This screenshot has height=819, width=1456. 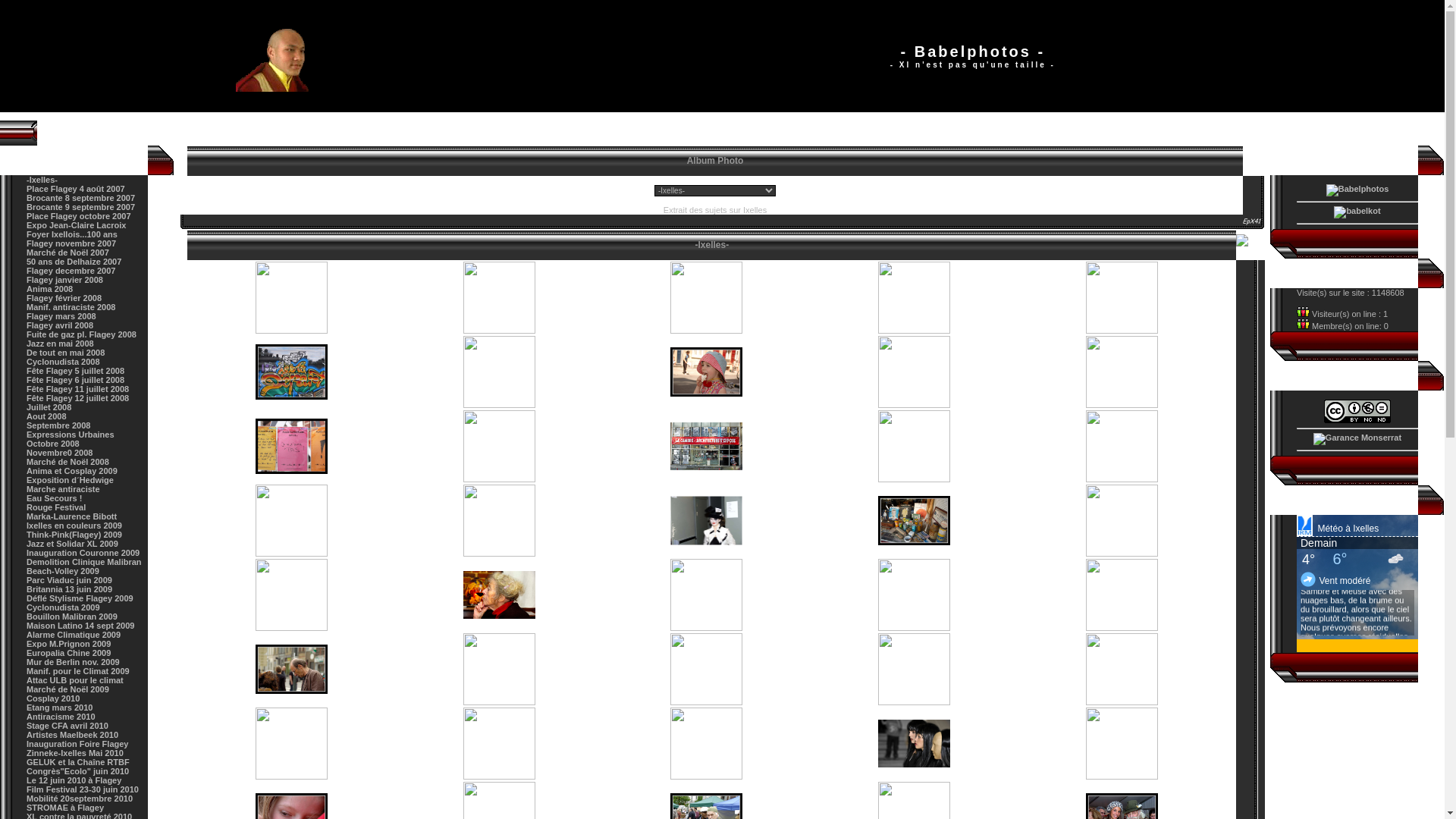 What do you see at coordinates (49, 406) in the screenshot?
I see `'Juillet 2008'` at bounding box center [49, 406].